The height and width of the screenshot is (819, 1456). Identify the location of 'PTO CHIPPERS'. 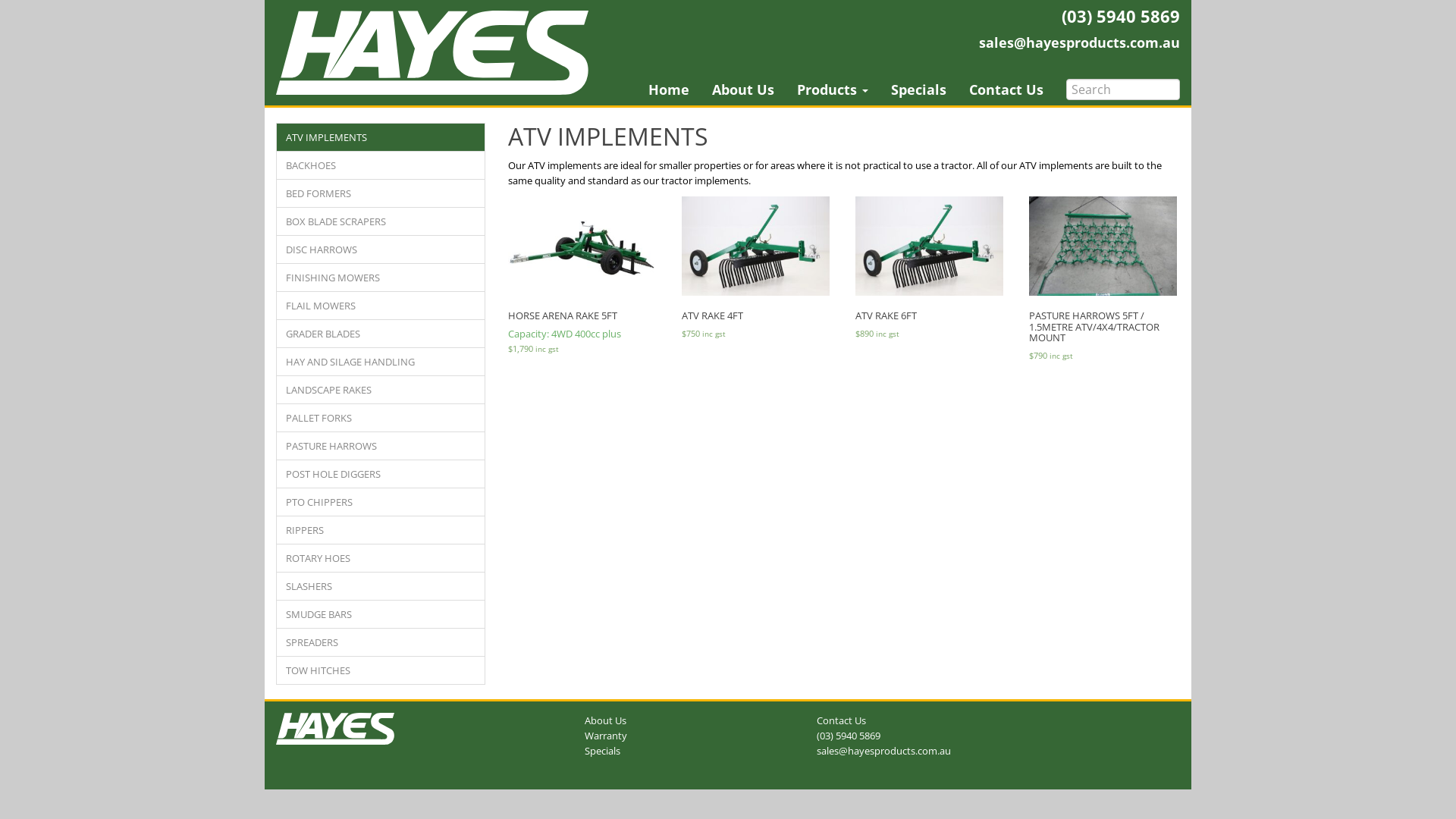
(381, 502).